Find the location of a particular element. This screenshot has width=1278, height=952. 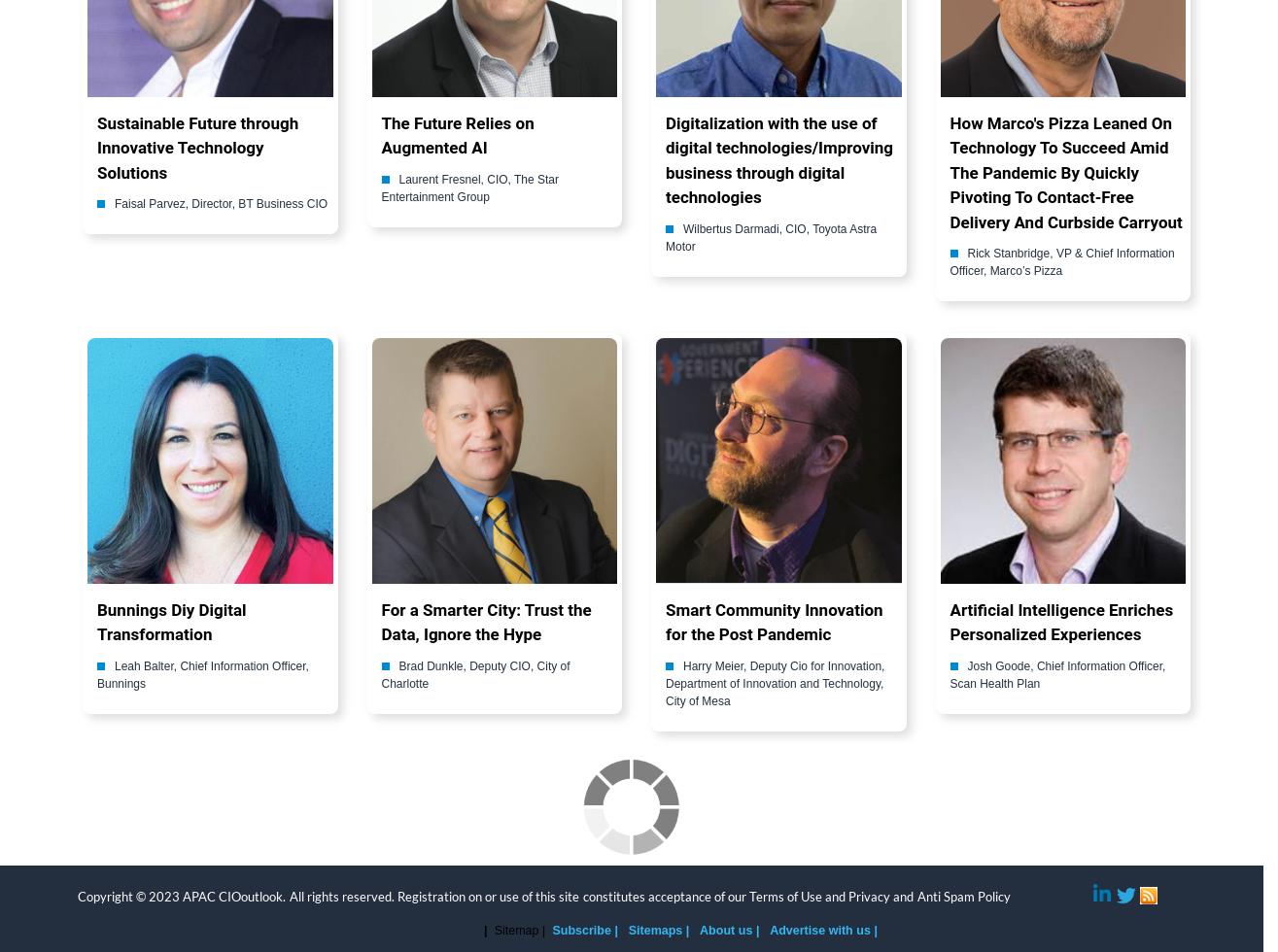

'Laurent Fresnel, CIO, The Star Entertainment Group' is located at coordinates (381, 187).